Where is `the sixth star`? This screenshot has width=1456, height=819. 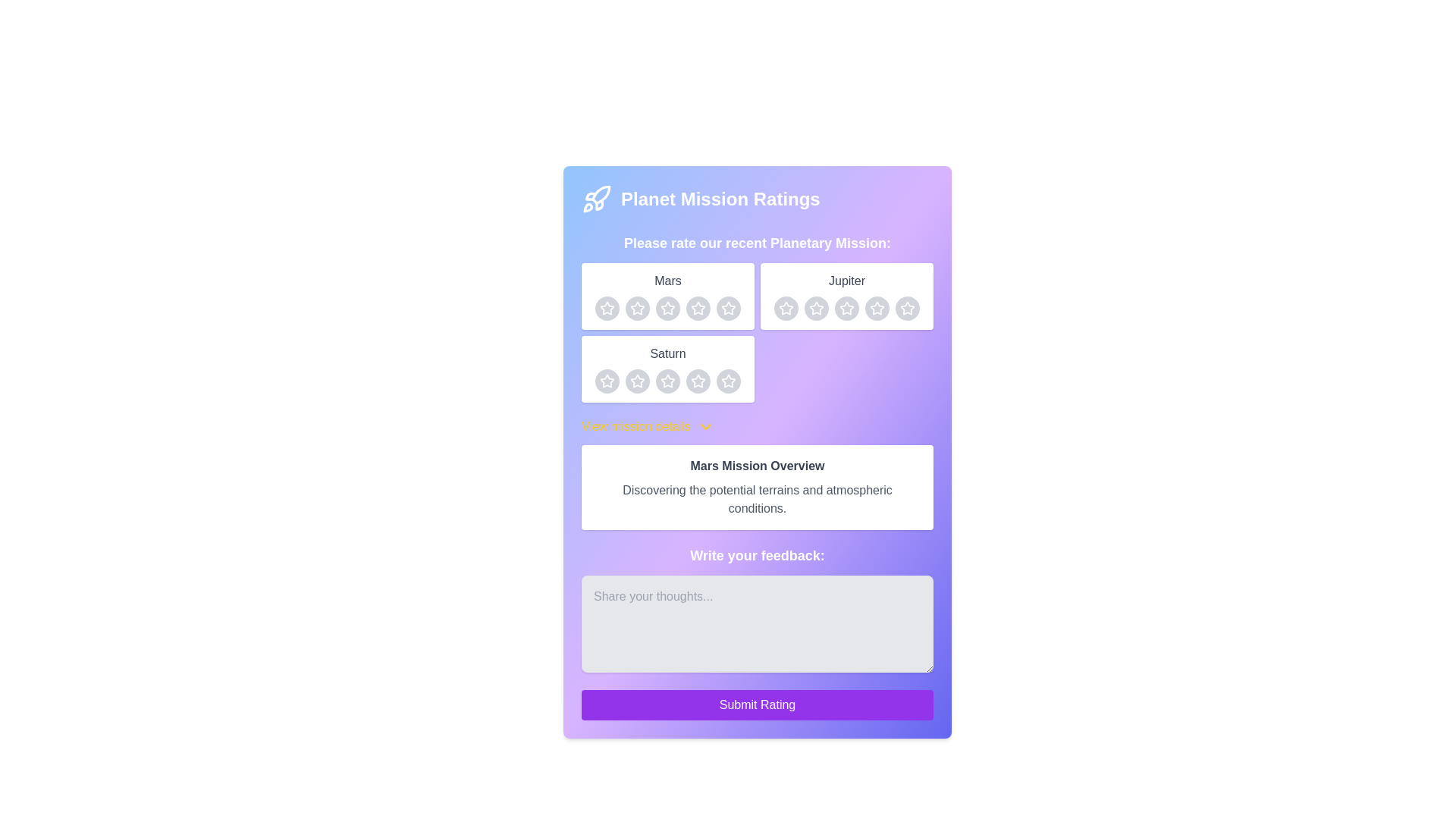
the sixth star is located at coordinates (907, 308).